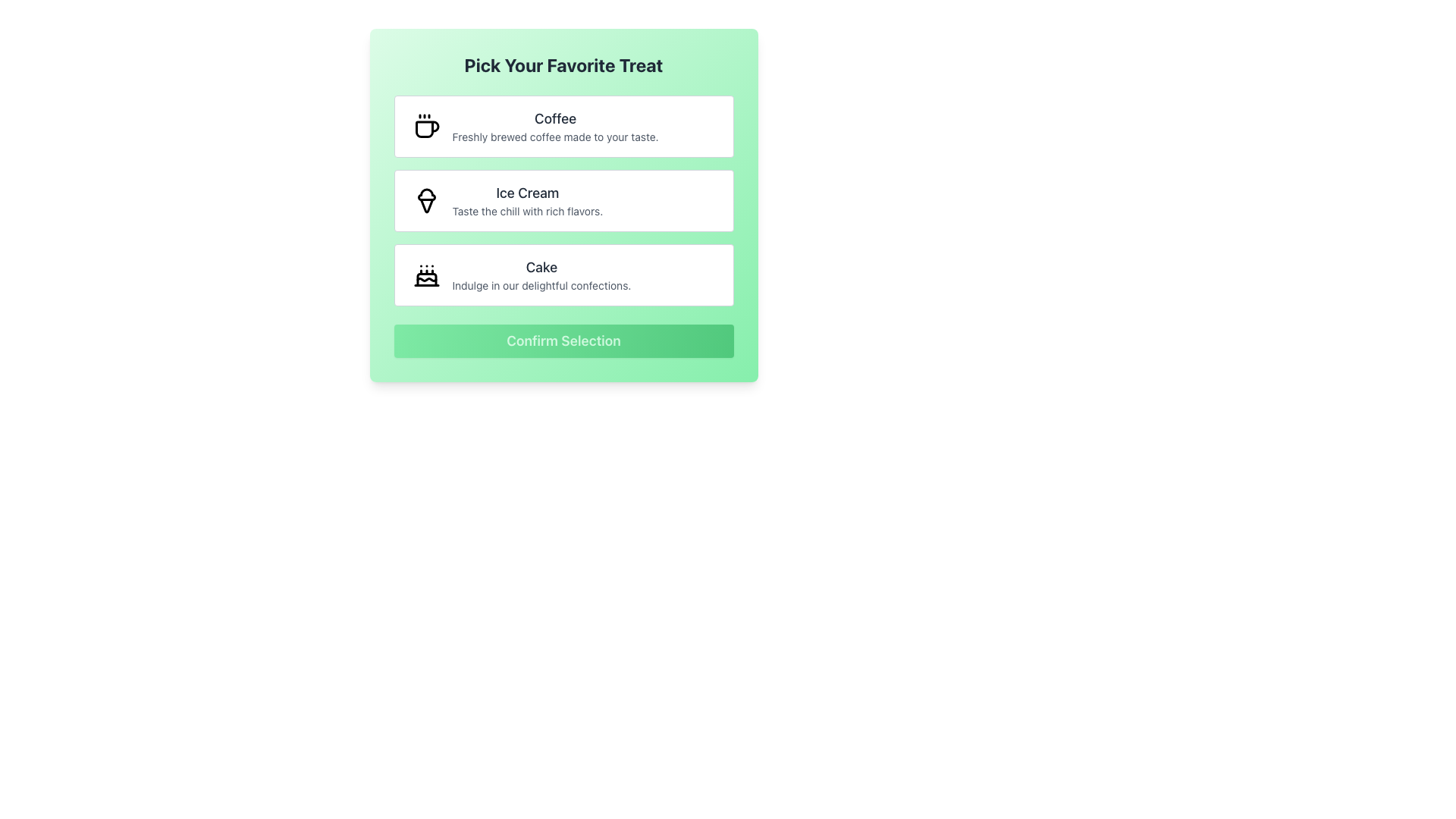  I want to click on the text label displaying 'Ice Cream' which serves as a header with the description 'Taste the chill with rich flavors.', so click(527, 200).